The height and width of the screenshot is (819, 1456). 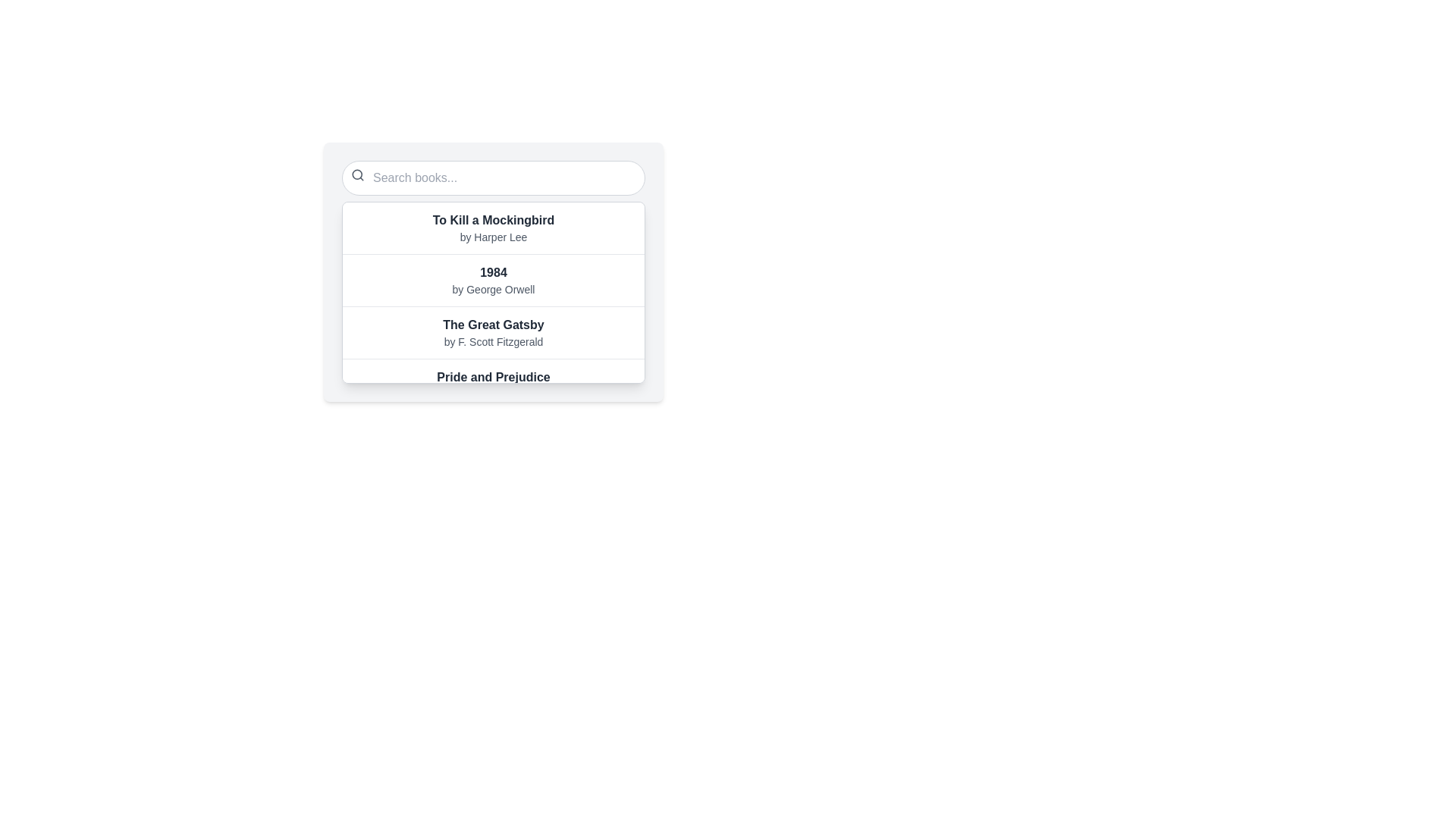 I want to click on the list item displaying 'The Great Gatsby' by F. Scott Fitzgerald, so click(x=494, y=331).